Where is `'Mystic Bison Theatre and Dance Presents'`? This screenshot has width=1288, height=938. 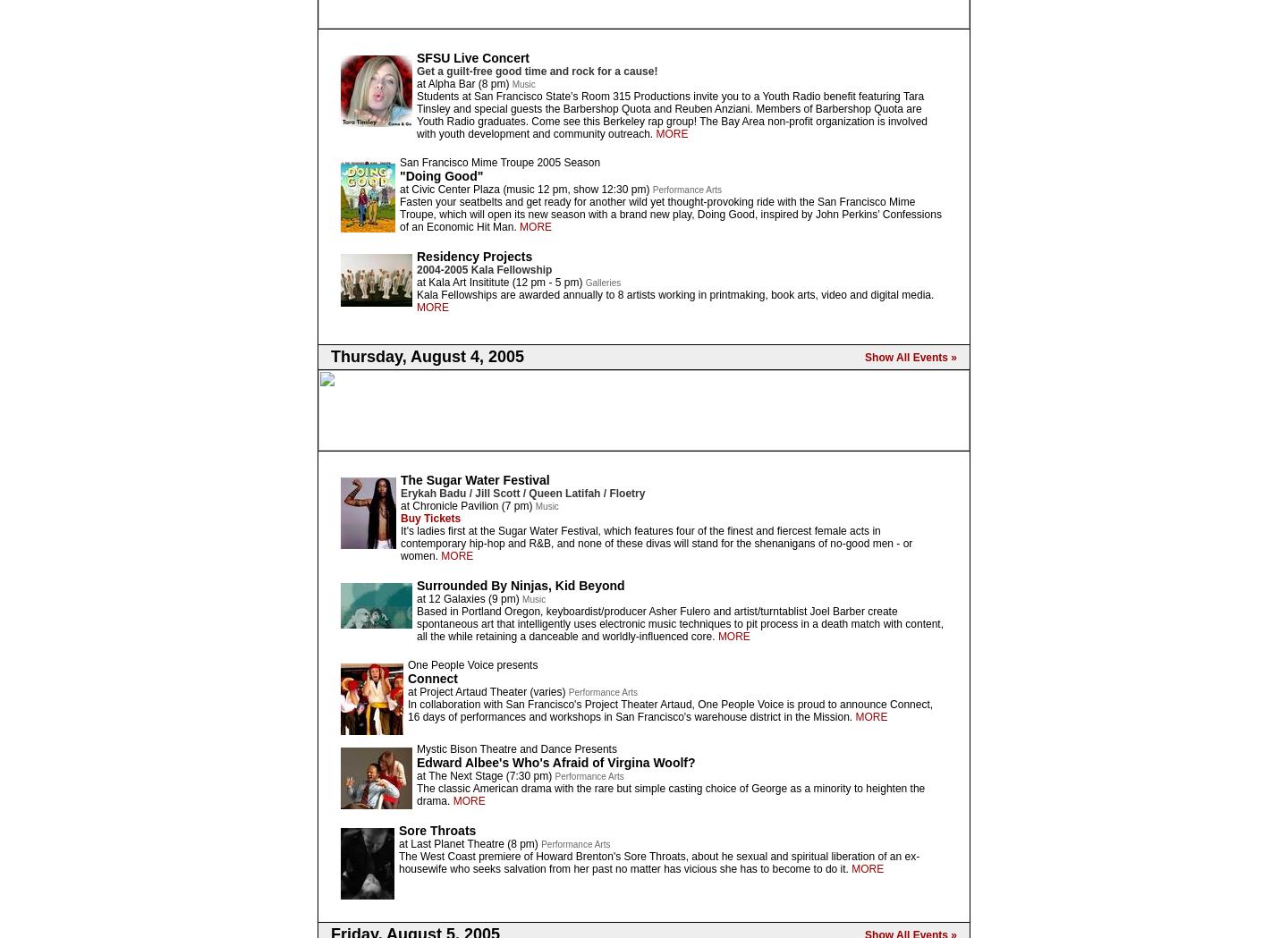
'Mystic Bison Theatre and Dance Presents' is located at coordinates (516, 748).